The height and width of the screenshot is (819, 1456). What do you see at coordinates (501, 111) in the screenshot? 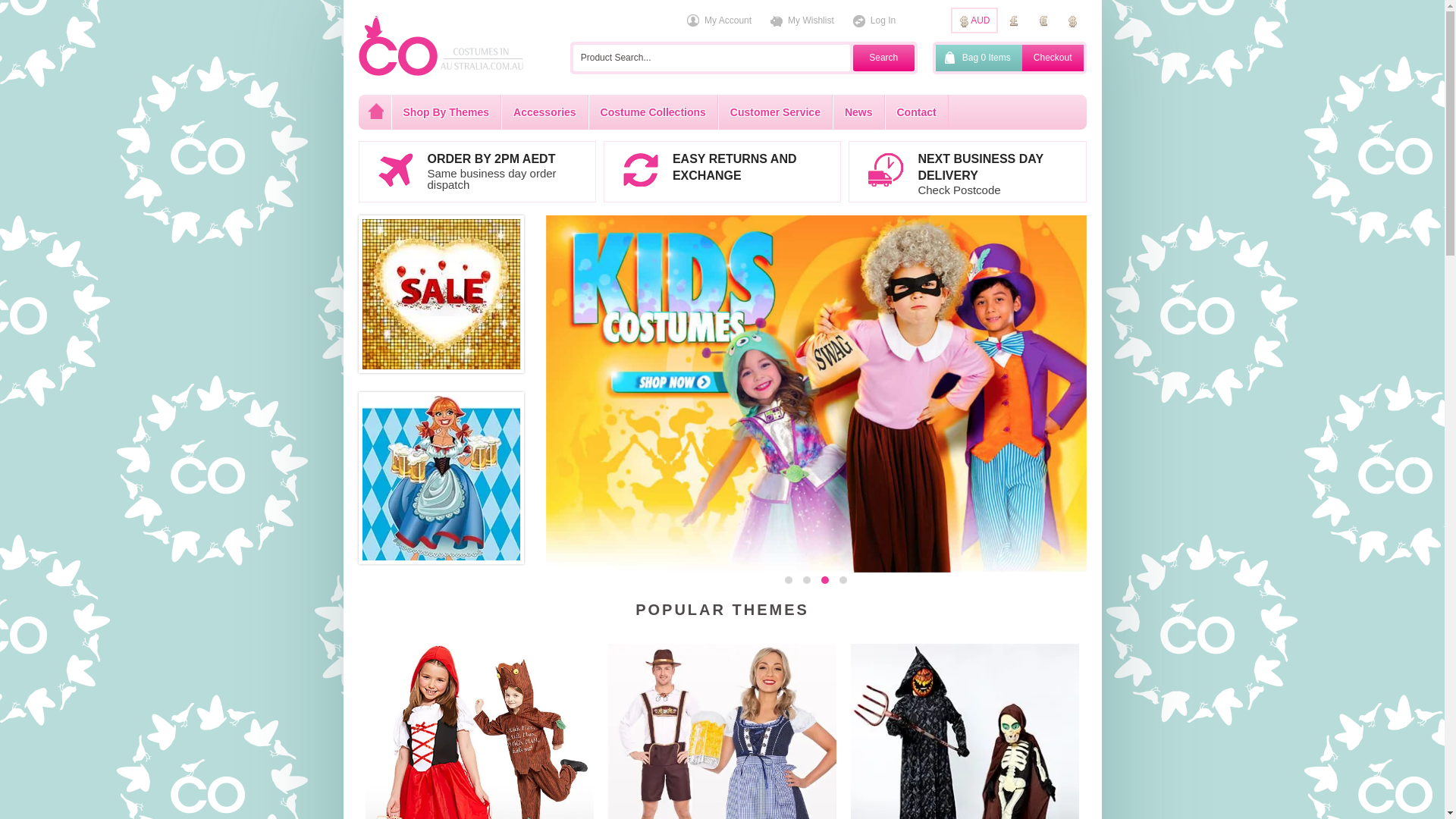
I see `'Accessories'` at bounding box center [501, 111].